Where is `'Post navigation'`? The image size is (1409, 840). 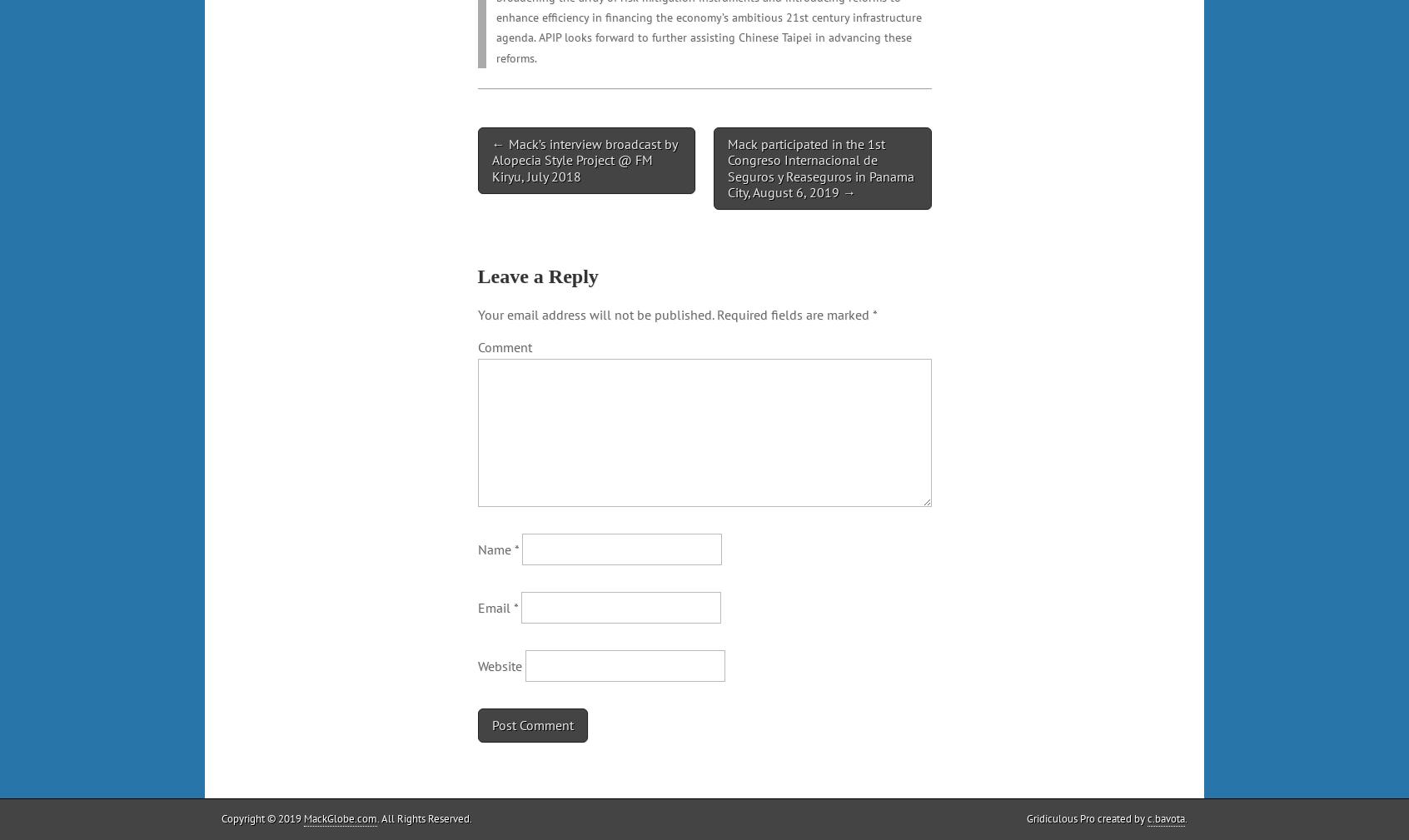 'Post navigation' is located at coordinates (476, 142).